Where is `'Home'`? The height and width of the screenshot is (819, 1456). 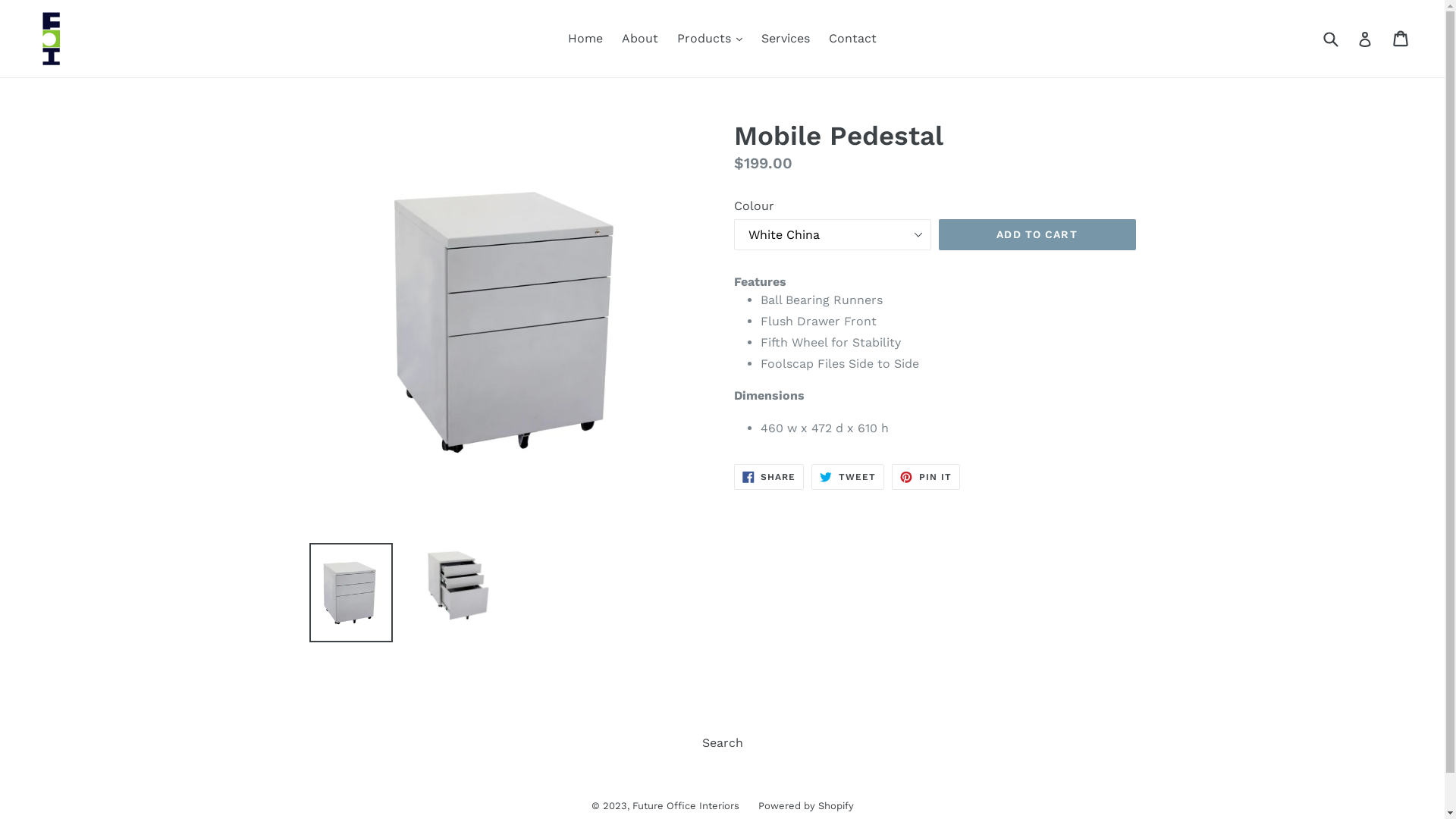 'Home' is located at coordinates (585, 37).